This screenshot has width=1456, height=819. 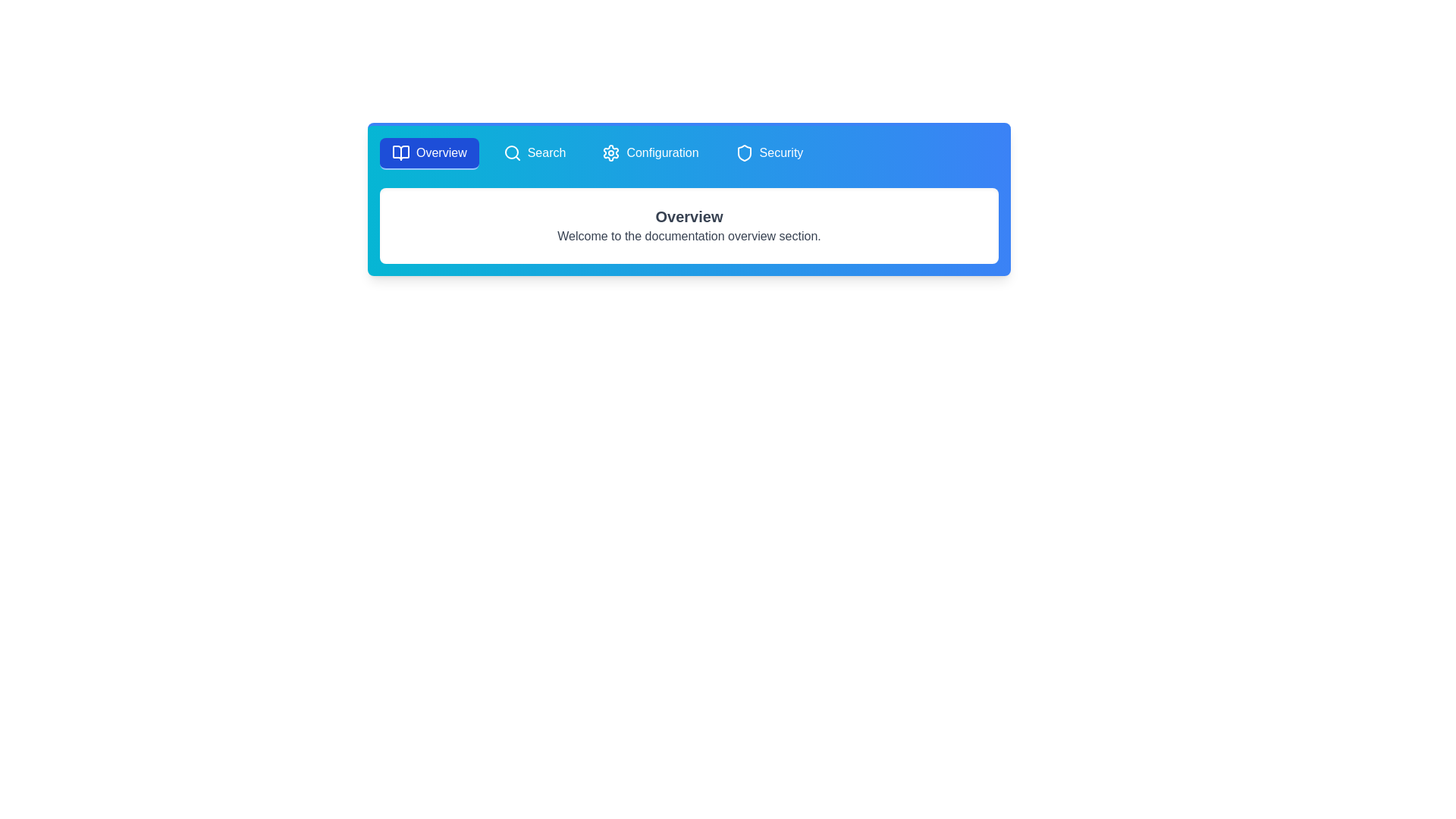 I want to click on the 'Security' navigation button, which is the fourth item in the row of navigation options, to trigger a state change, so click(x=769, y=154).